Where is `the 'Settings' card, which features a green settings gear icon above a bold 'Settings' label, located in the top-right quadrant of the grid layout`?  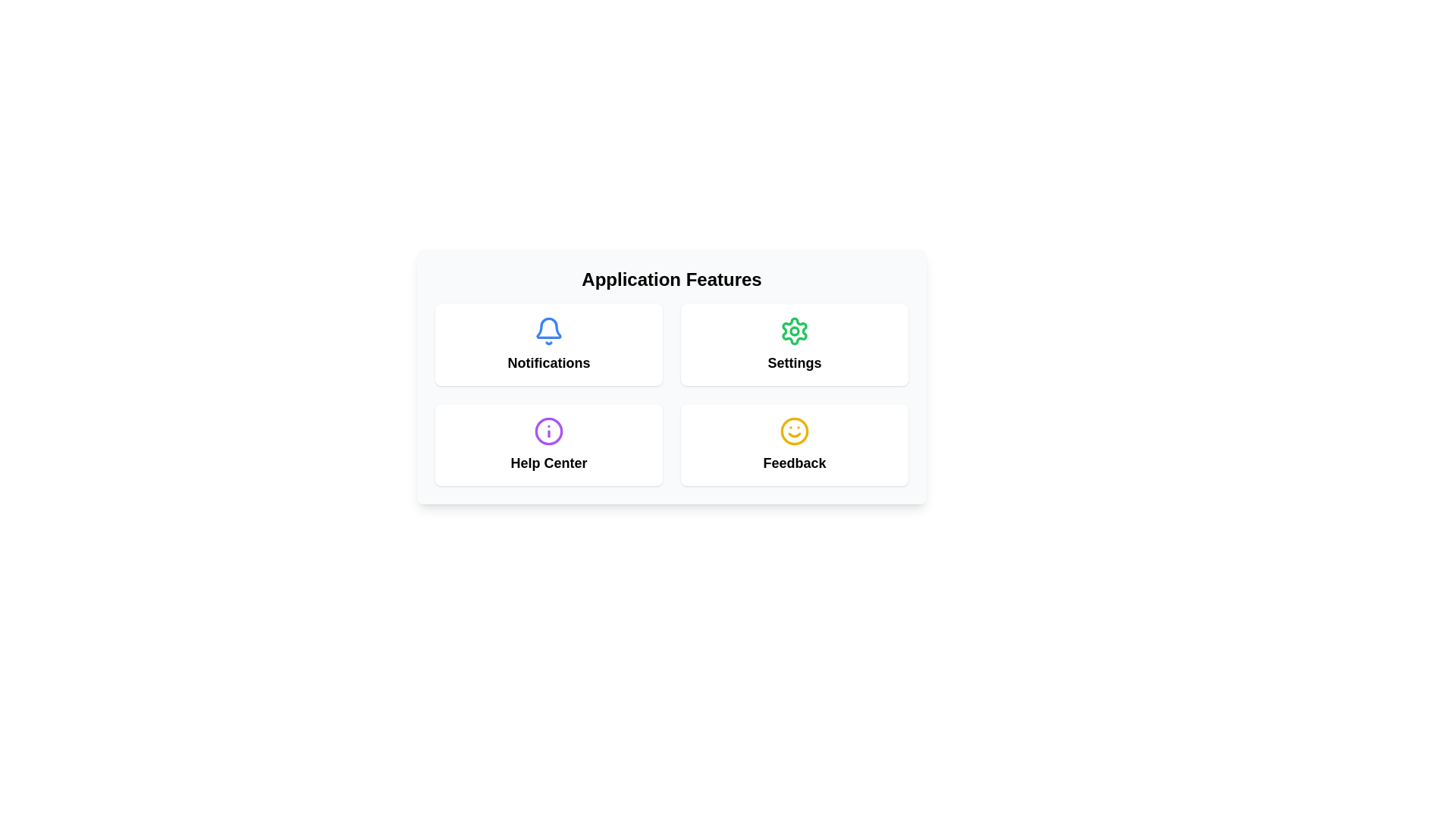
the 'Settings' card, which features a green settings gear icon above a bold 'Settings' label, located in the top-right quadrant of the grid layout is located at coordinates (793, 345).